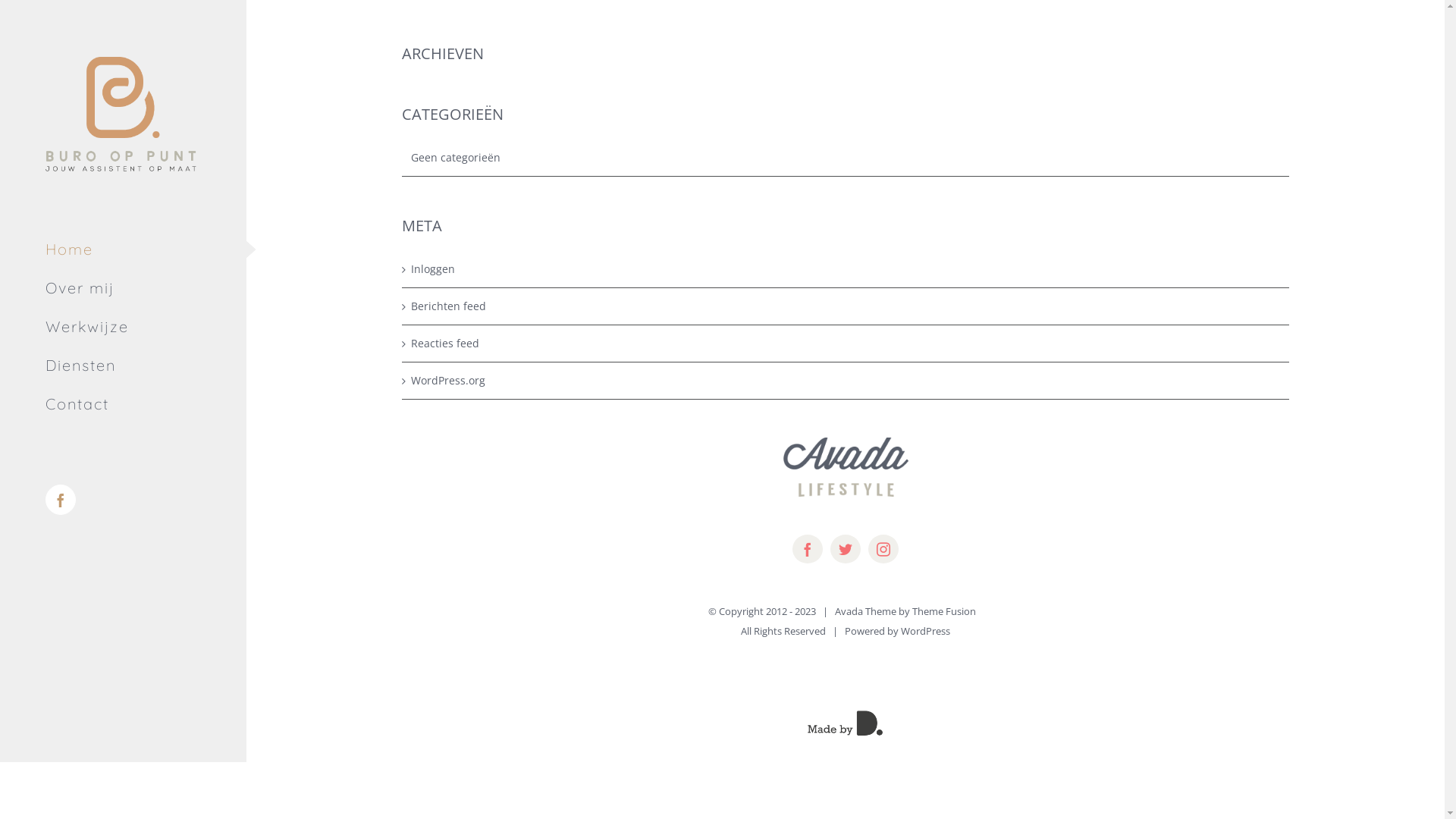 The height and width of the screenshot is (819, 1456). What do you see at coordinates (123, 288) in the screenshot?
I see `'Over mij'` at bounding box center [123, 288].